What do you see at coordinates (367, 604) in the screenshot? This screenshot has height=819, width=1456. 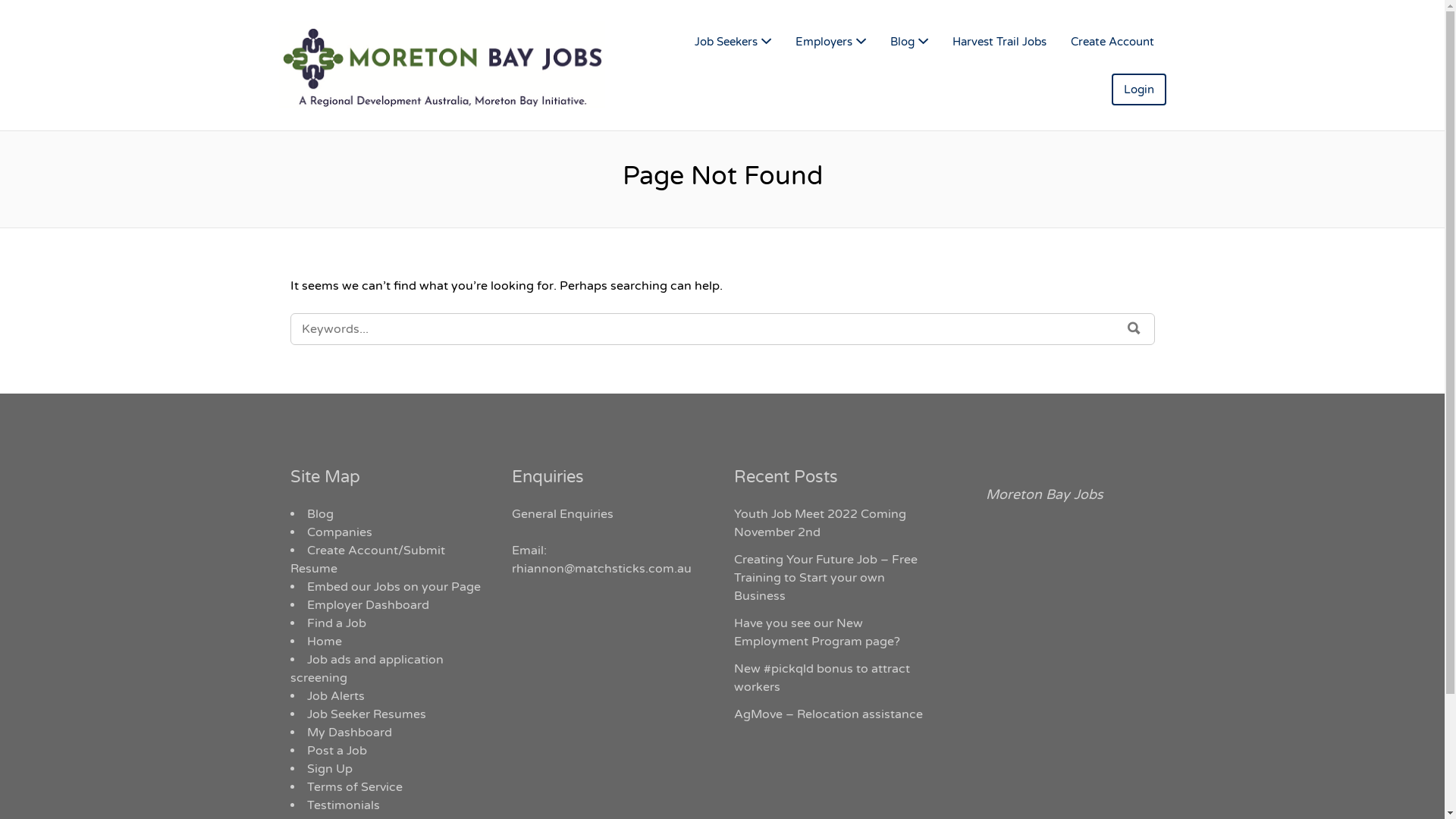 I see `'Employer Dashboard'` at bounding box center [367, 604].